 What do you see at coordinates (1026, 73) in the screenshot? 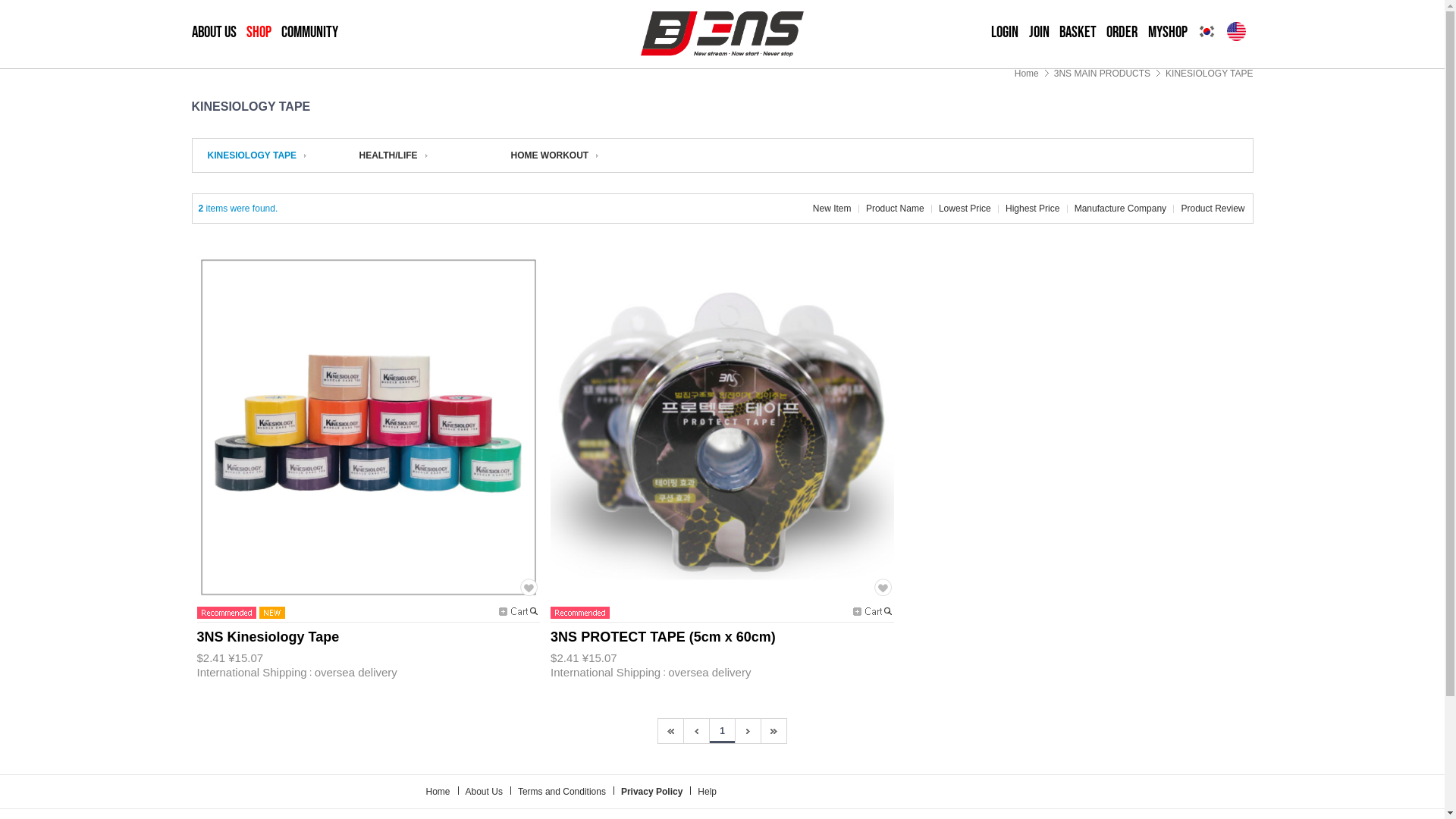
I see `'Home'` at bounding box center [1026, 73].